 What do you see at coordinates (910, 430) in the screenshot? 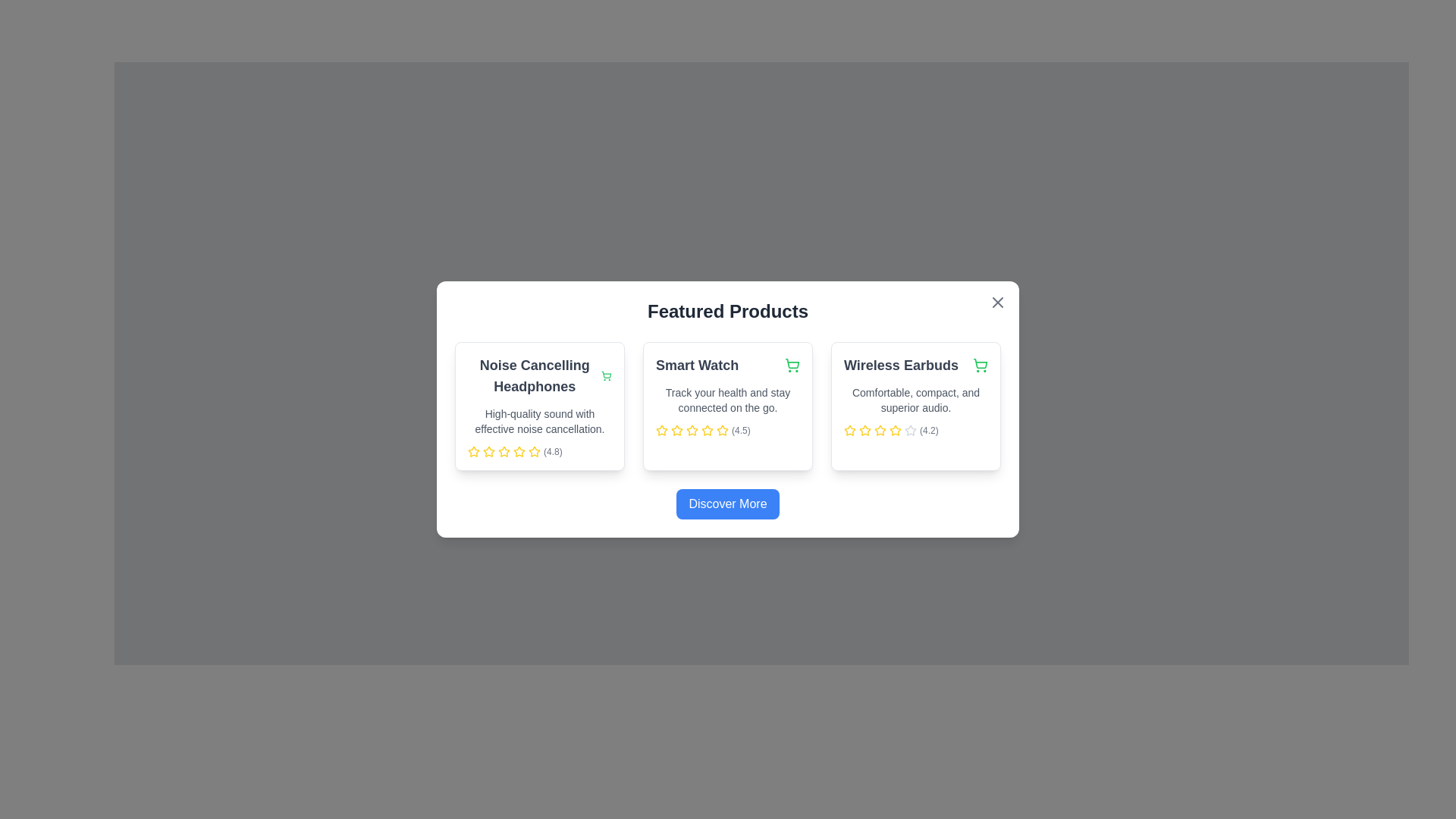
I see `the fourth star icon in the product rating row under the 'Wireless Earbuds' card to update the rating` at bounding box center [910, 430].